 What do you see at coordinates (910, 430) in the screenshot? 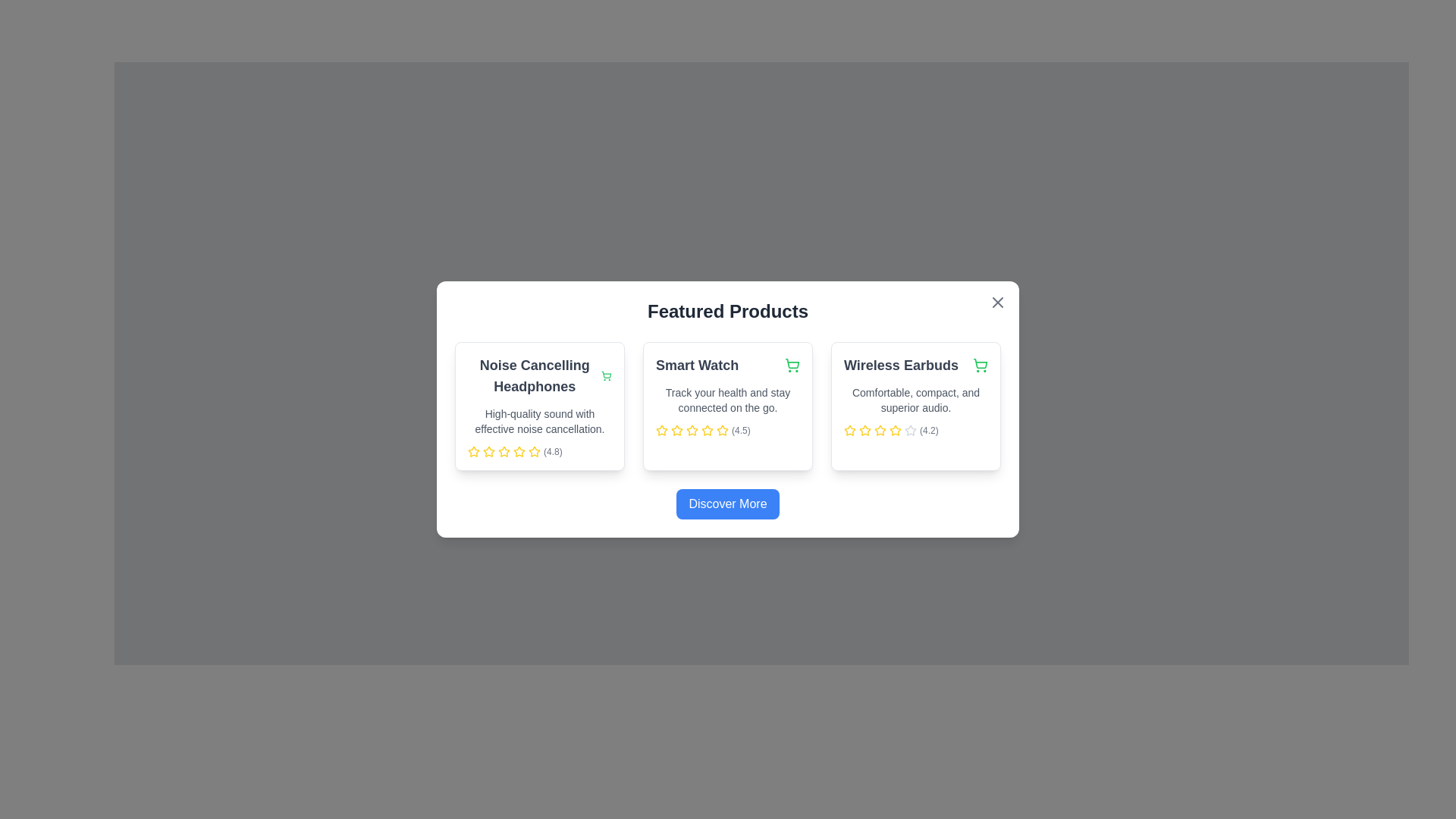
I see `the fourth star icon in the product rating row under the 'Wireless Earbuds' card to update the rating` at bounding box center [910, 430].